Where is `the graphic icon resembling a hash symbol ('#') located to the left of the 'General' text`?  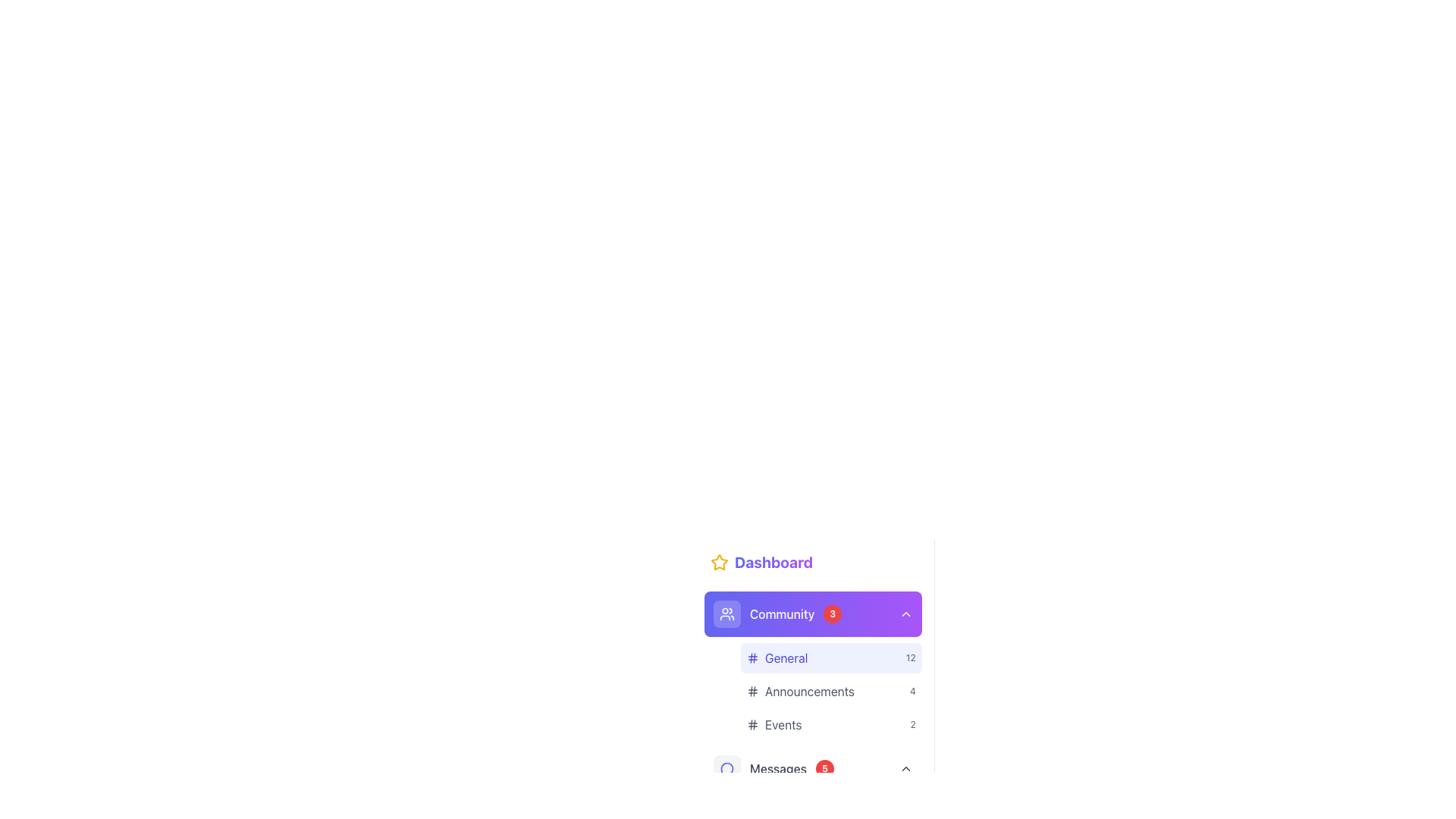 the graphic icon resembling a hash symbol ('#') located to the left of the 'General' text is located at coordinates (753, 657).